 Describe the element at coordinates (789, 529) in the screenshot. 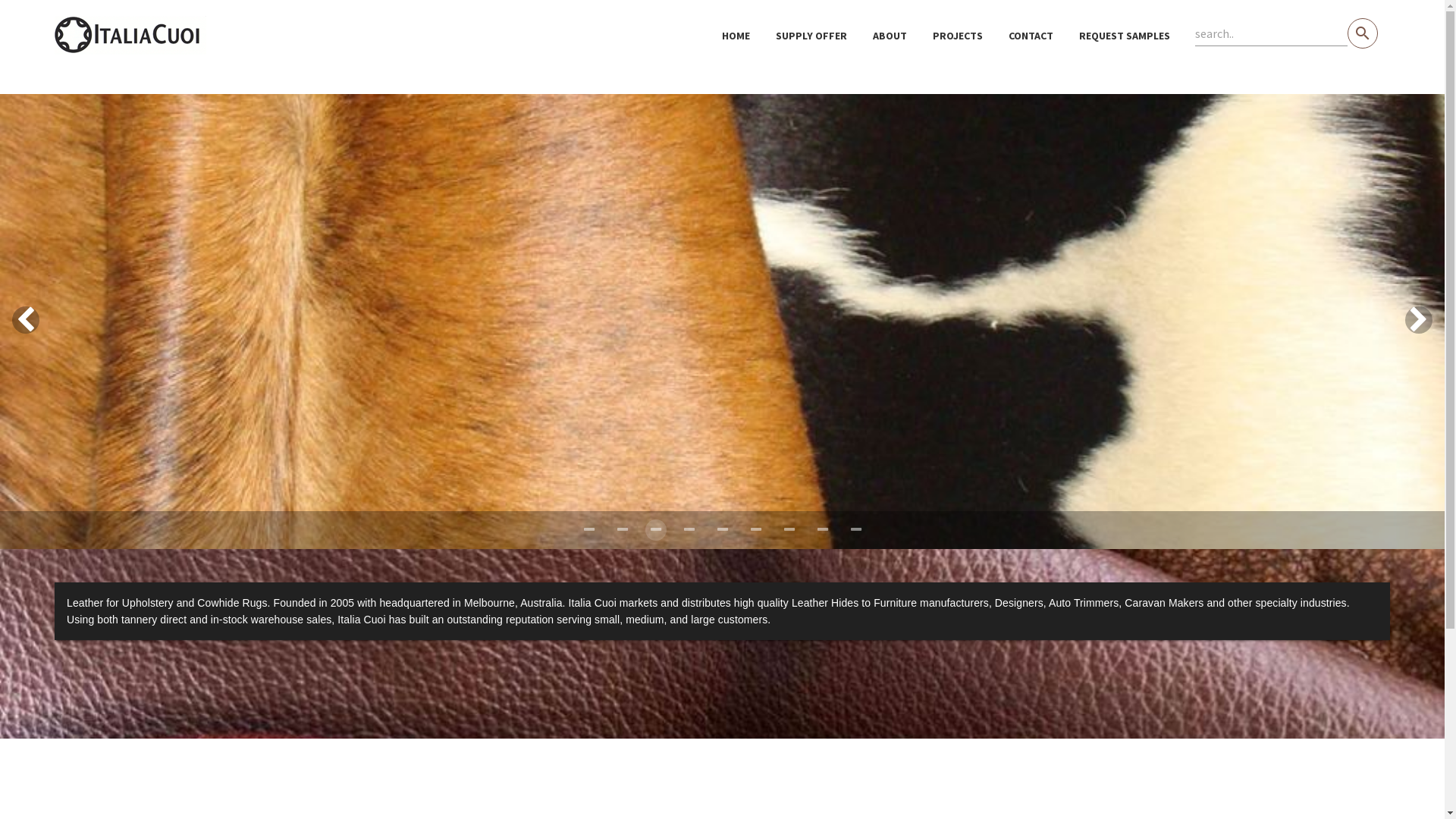

I see `'6'` at that location.